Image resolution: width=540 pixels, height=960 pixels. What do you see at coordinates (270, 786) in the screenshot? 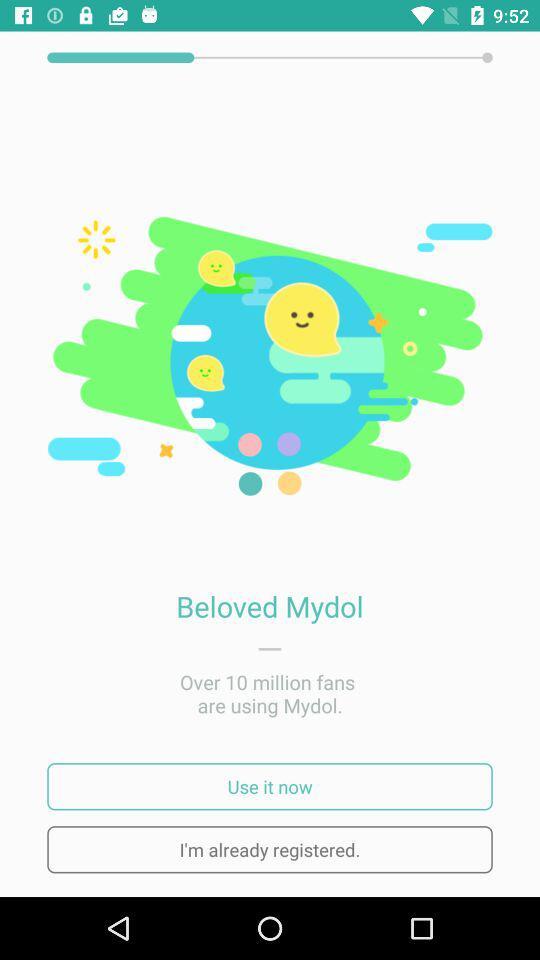
I see `use it now icon` at bounding box center [270, 786].